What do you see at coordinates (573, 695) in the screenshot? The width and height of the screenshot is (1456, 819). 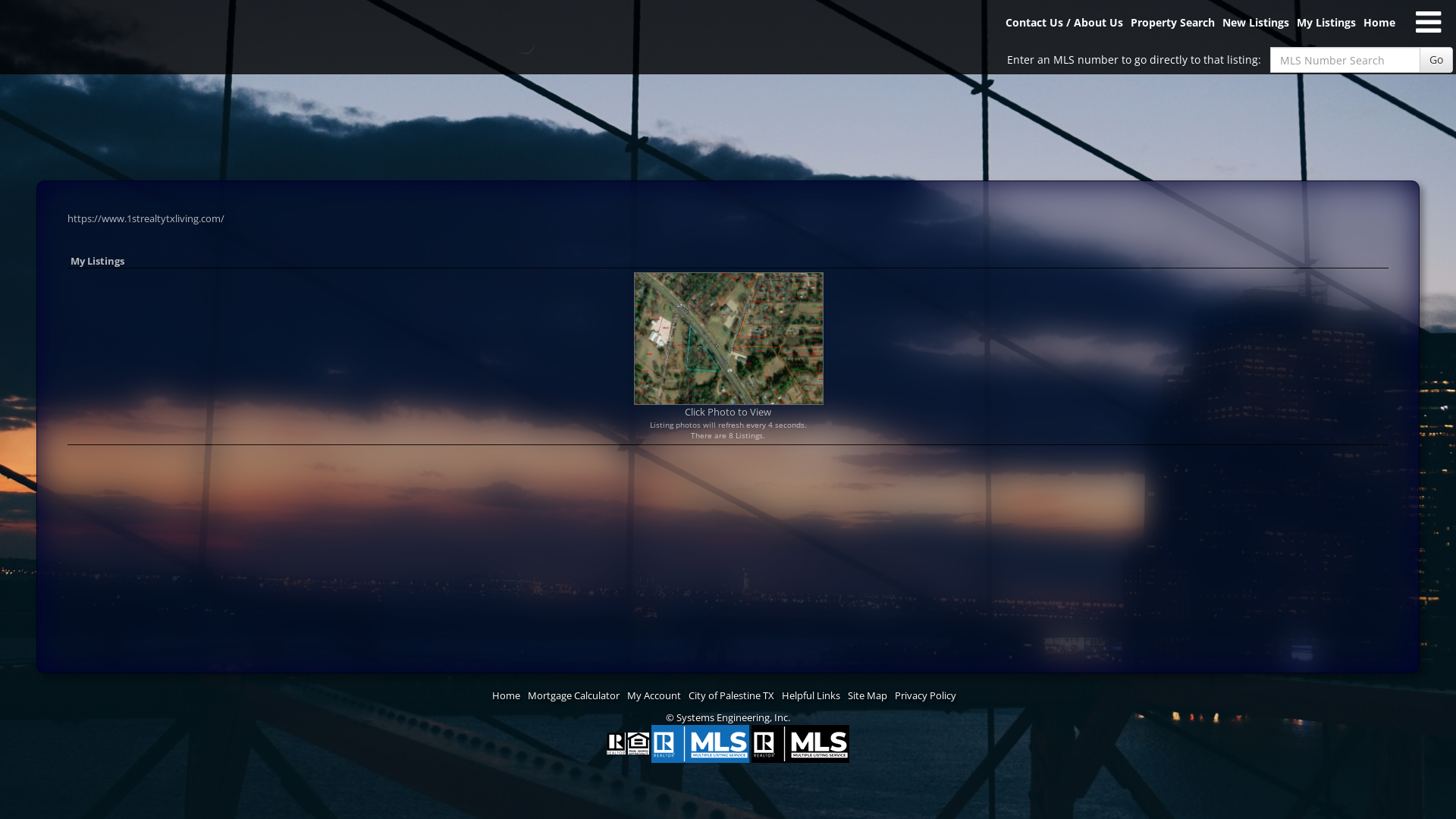 I see `'Mortgage Calculator'` at bounding box center [573, 695].